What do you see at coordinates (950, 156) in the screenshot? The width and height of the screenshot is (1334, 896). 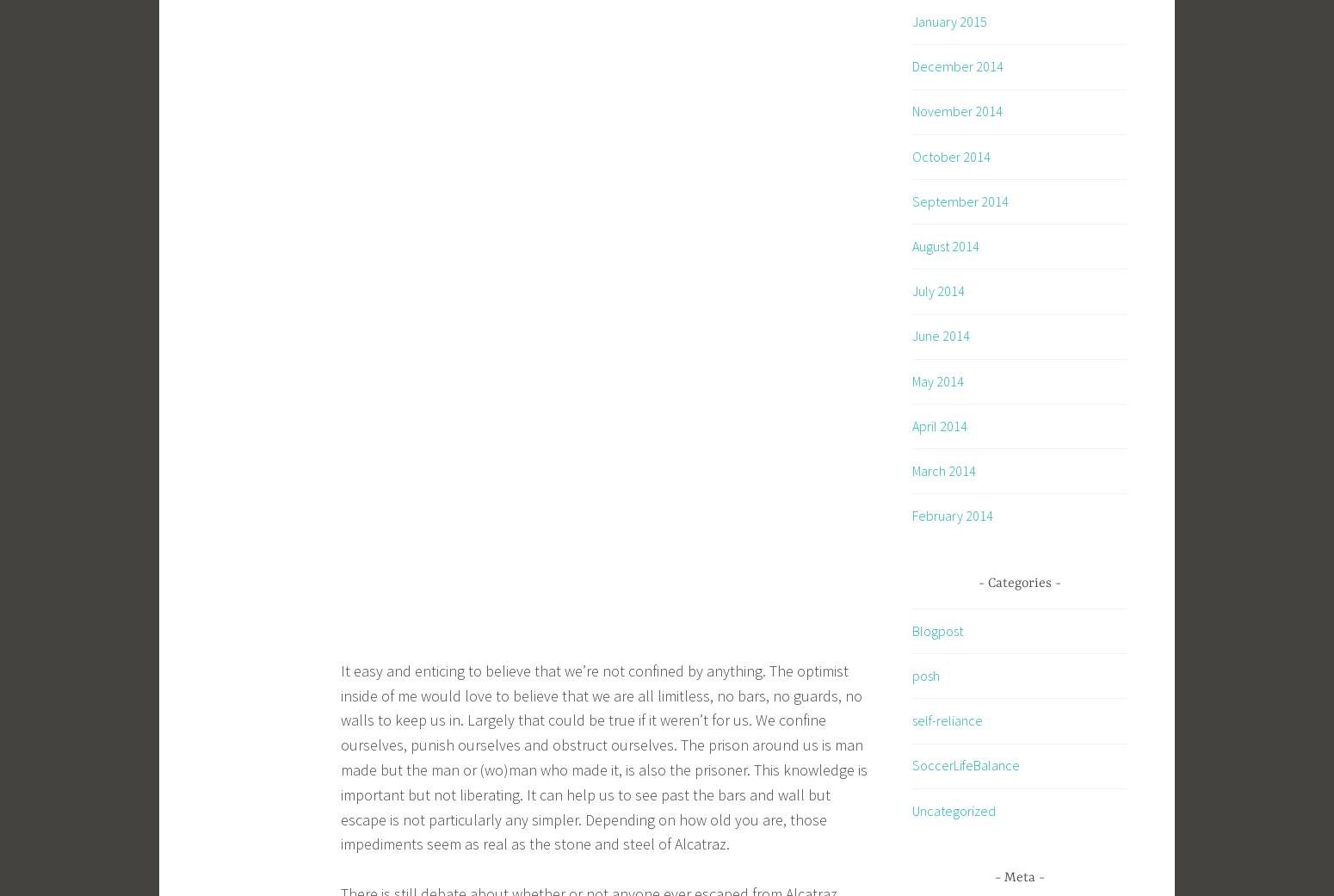 I see `'October 2014'` at bounding box center [950, 156].